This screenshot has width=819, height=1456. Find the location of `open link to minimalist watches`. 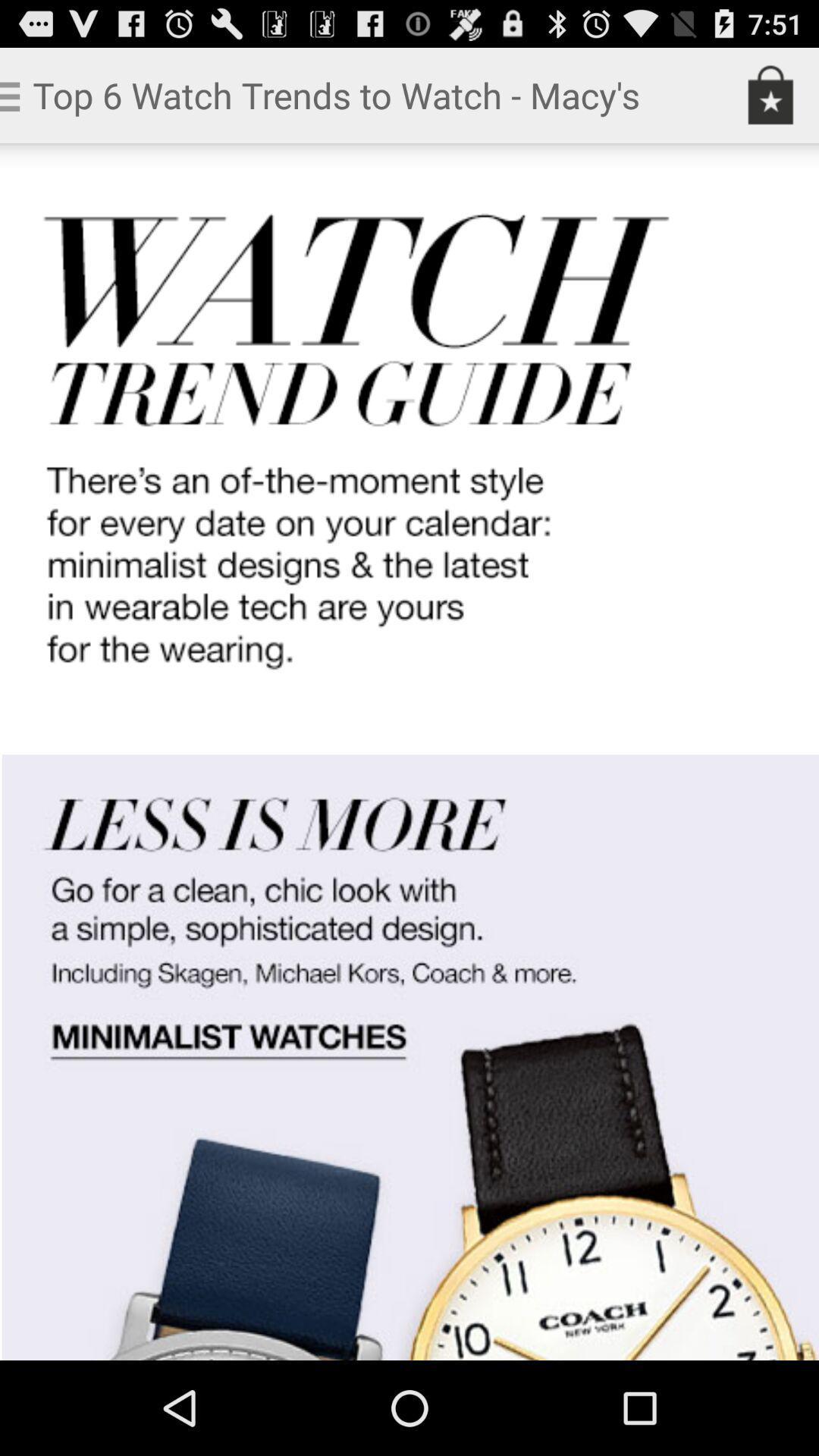

open link to minimalist watches is located at coordinates (409, 752).